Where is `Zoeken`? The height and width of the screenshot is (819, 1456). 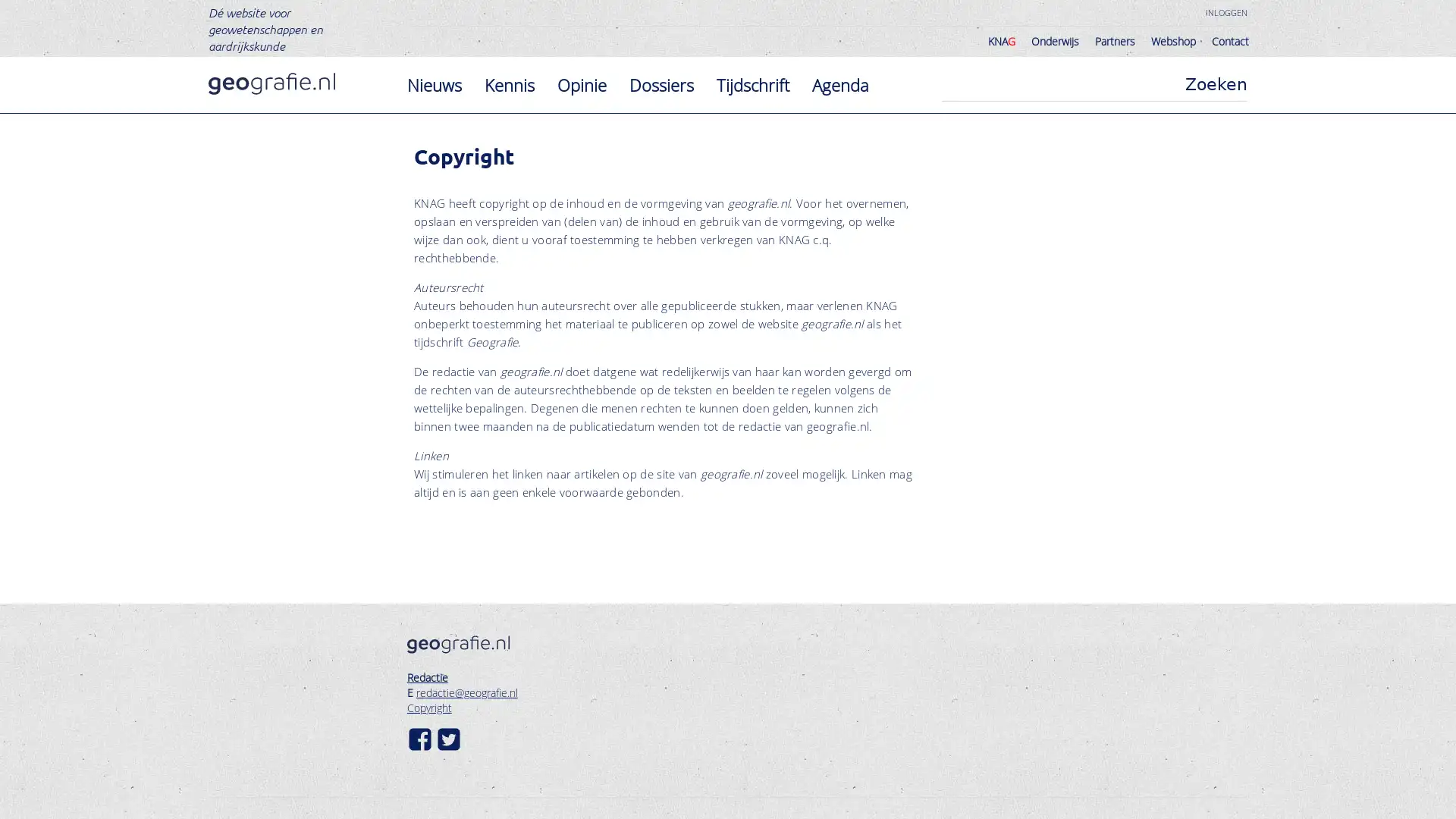 Zoeken is located at coordinates (1216, 84).